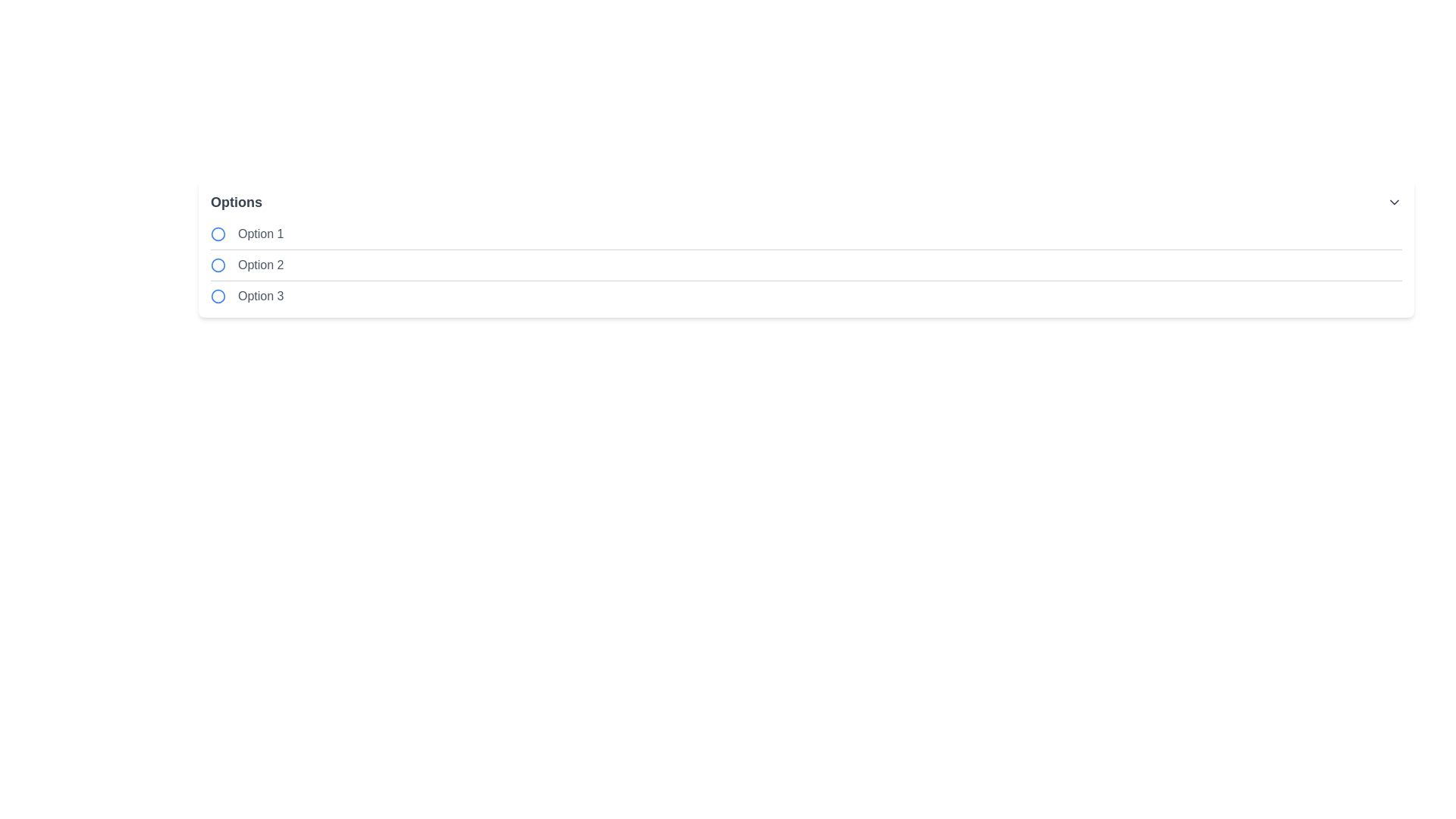 Image resolution: width=1456 pixels, height=819 pixels. Describe the element at coordinates (805, 281) in the screenshot. I see `the third horizontal separator line that visually divides the options between 'Option 2' and 'Option 3'` at that location.